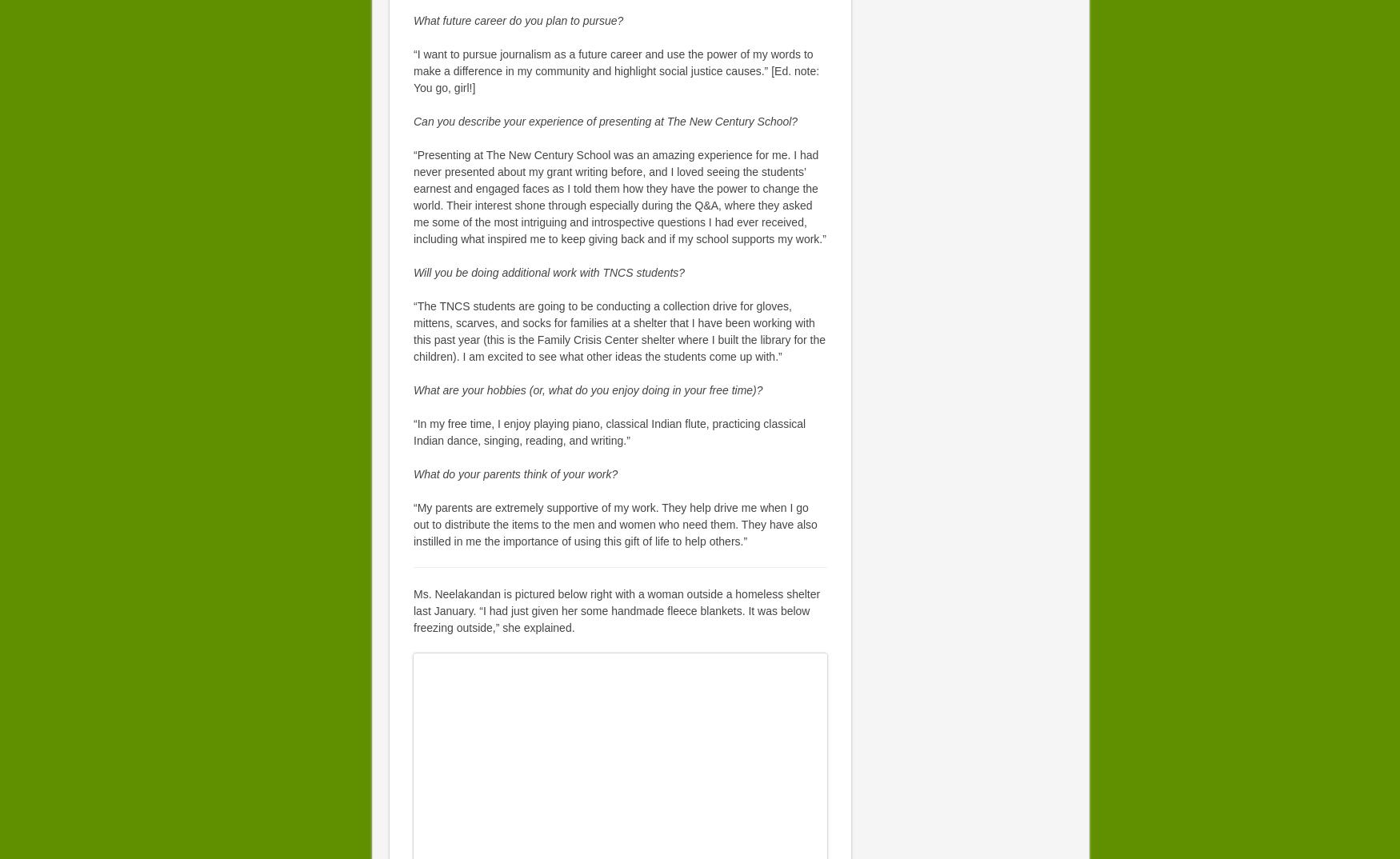 The image size is (1400, 859). I want to click on '“Presenting at The New Century School was an amazing experience for me. I had never presented about my grant writing before, and I loved seeing the students’ earnest and engaged faces as I told them how they have the power to change the world. Their interest shone through especially during the Q&A, where they asked me some of the most intriguing and introspective questions I had ever received, including what inspired me to keep giving back and if my school supports my work.”', so click(412, 196).